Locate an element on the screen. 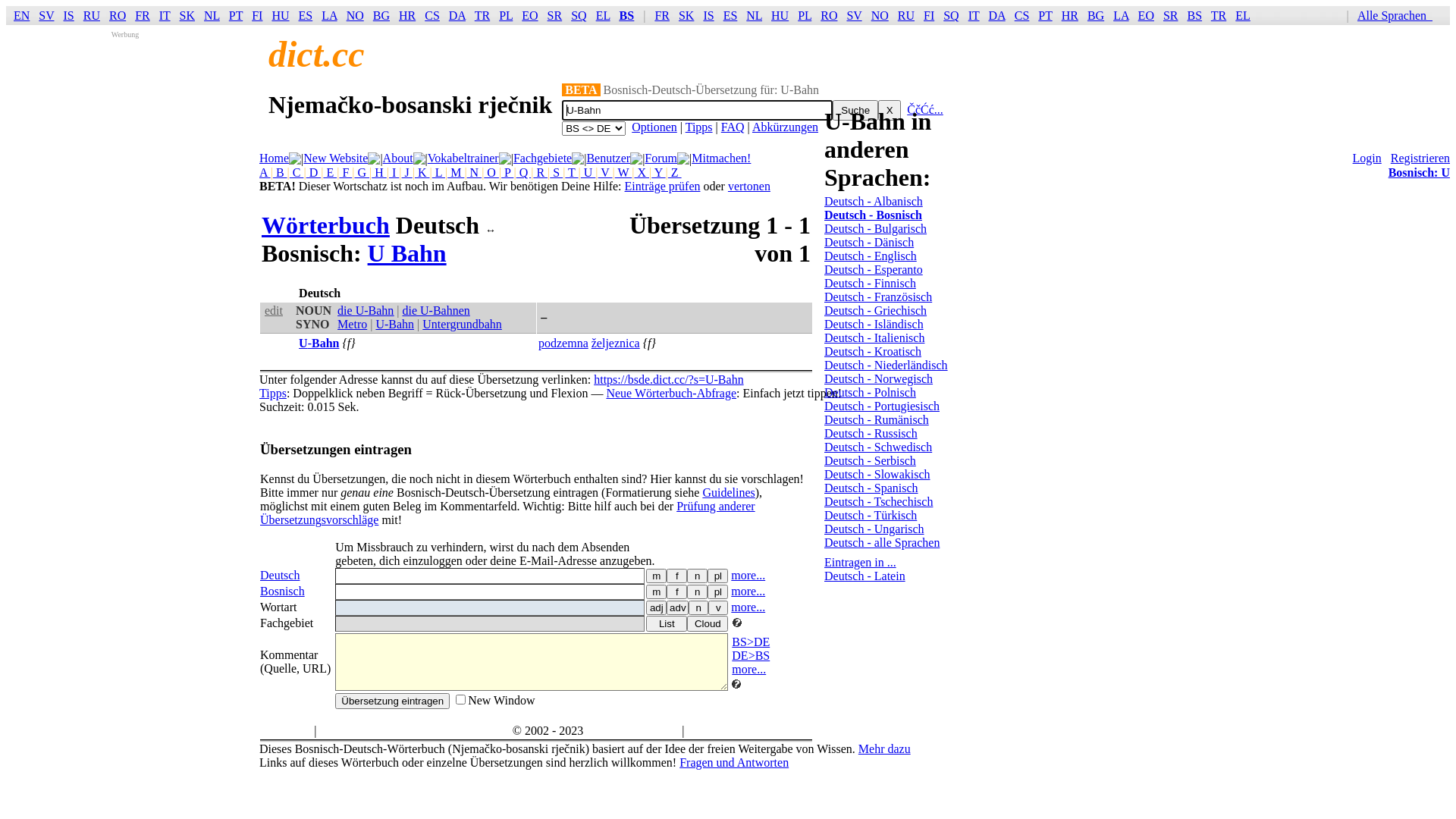 Image resolution: width=1456 pixels, height=819 pixels. 'Deutsch - Slowakisch' is located at coordinates (823, 473).